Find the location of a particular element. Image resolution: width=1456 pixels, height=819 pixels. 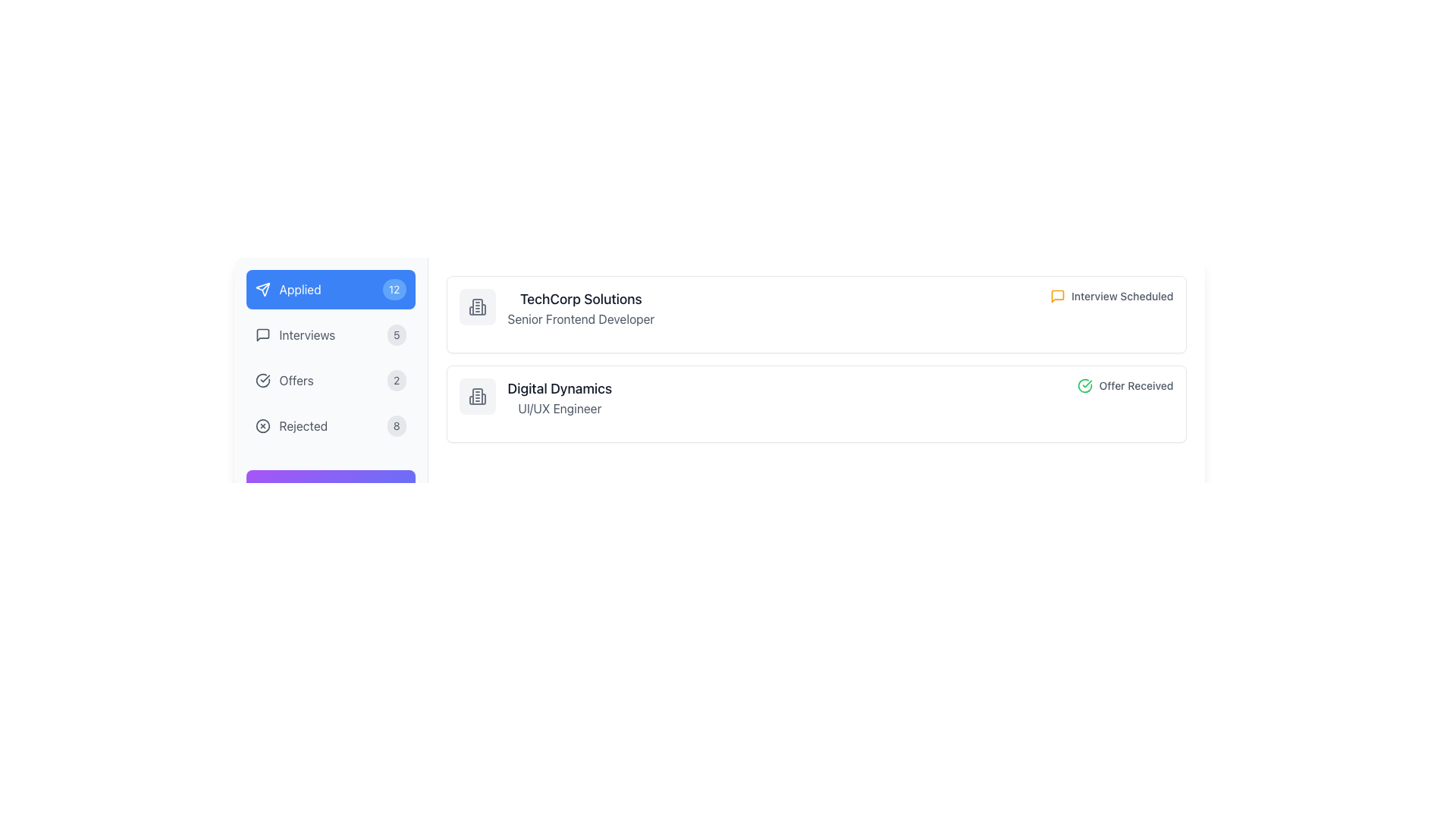

text displayed on the badge indicating the number of applications filed, located to the right of the 'Applied' button in the navigation menu is located at coordinates (394, 289).